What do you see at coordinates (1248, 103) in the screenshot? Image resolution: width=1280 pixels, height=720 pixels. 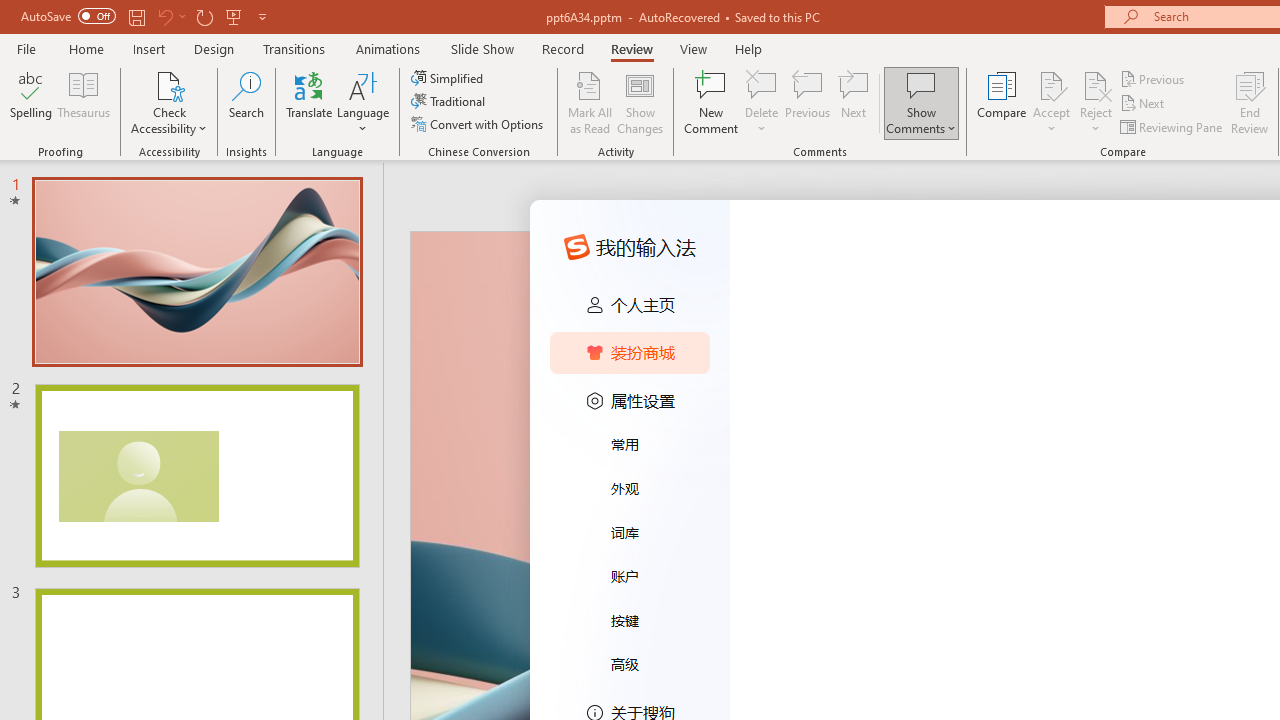 I see `'End Review'` at bounding box center [1248, 103].